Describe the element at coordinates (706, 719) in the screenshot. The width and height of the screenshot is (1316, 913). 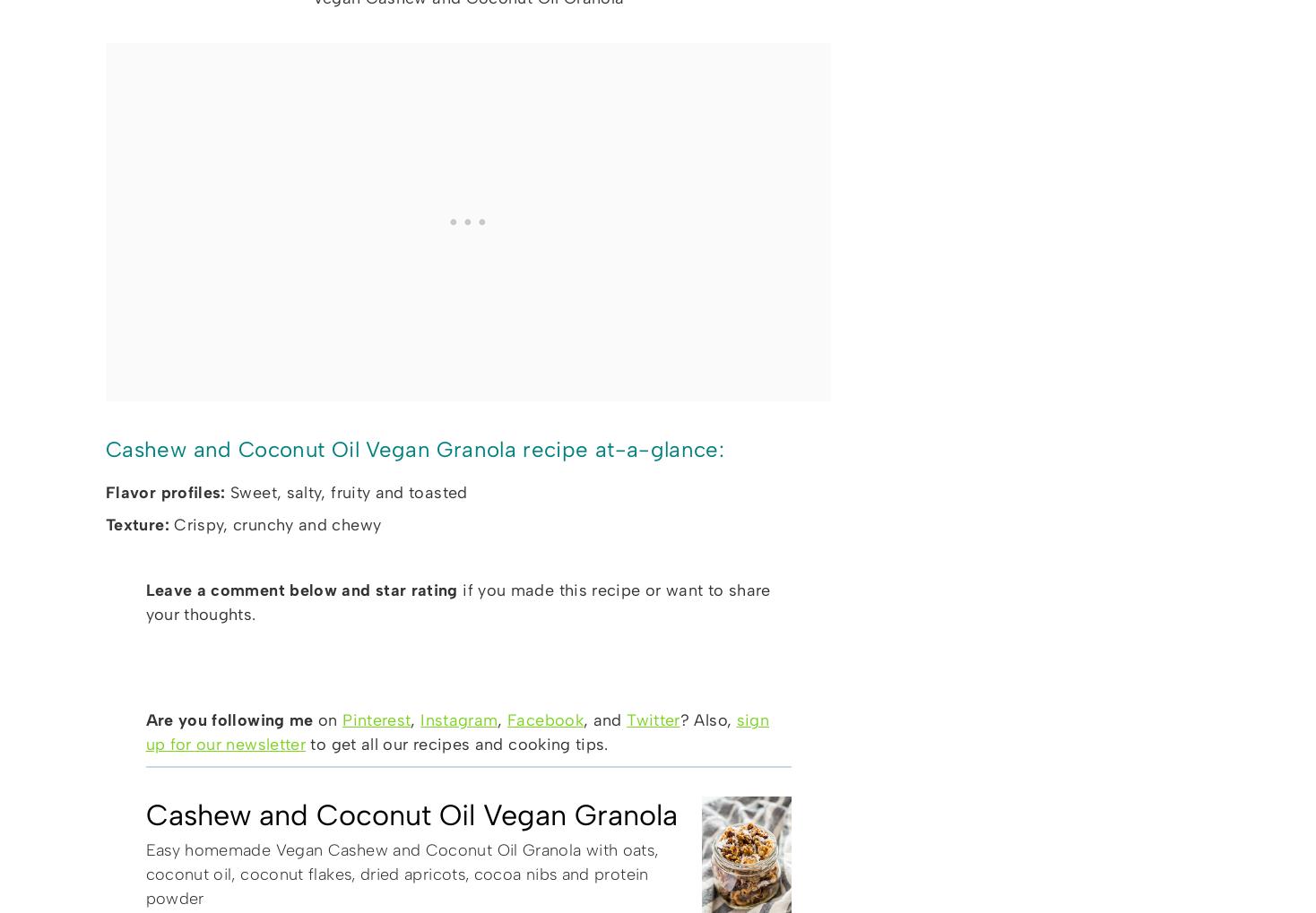
I see `'? Also,'` at that location.